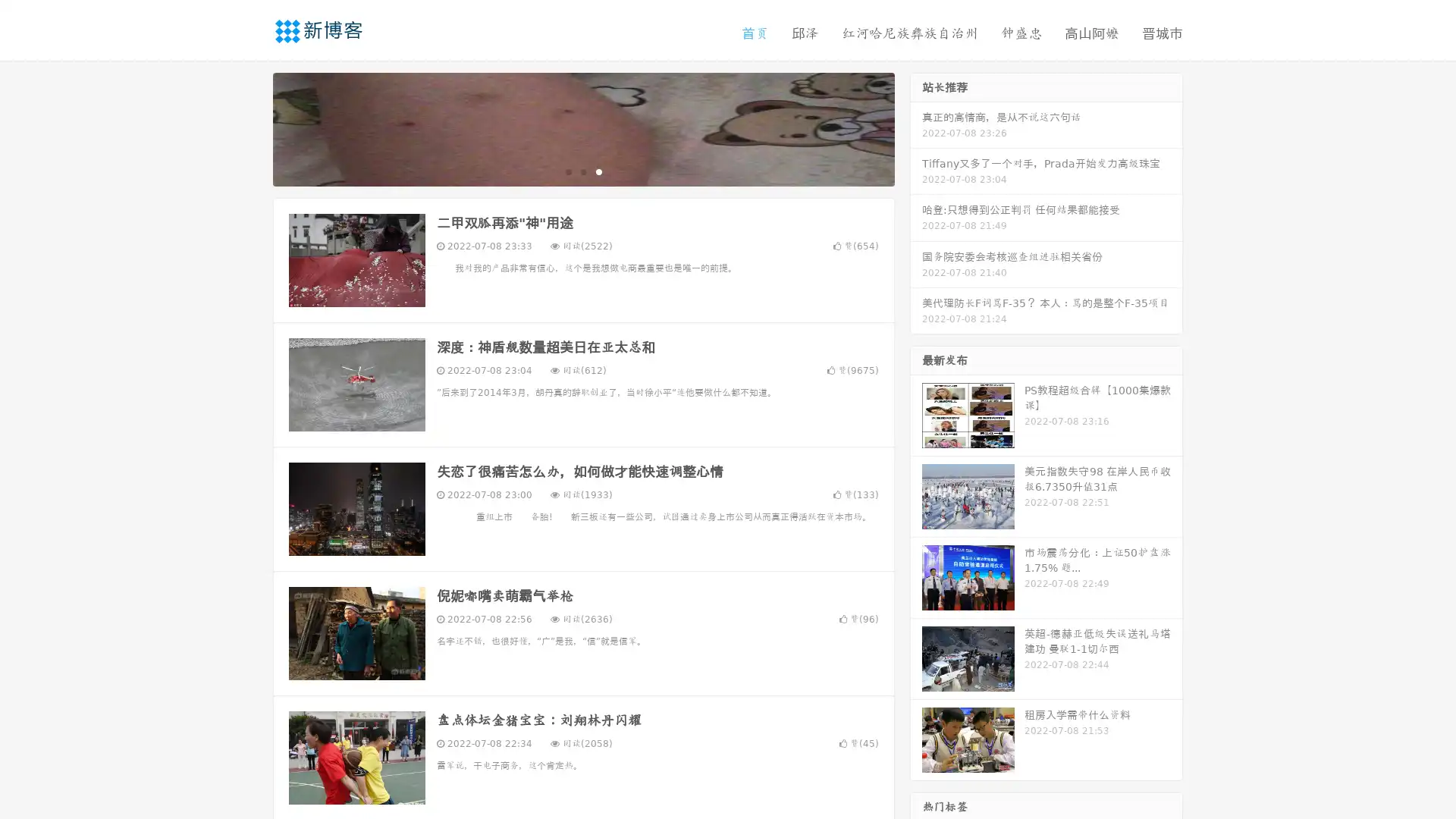  Describe the element at coordinates (916, 127) in the screenshot. I see `Next slide` at that location.